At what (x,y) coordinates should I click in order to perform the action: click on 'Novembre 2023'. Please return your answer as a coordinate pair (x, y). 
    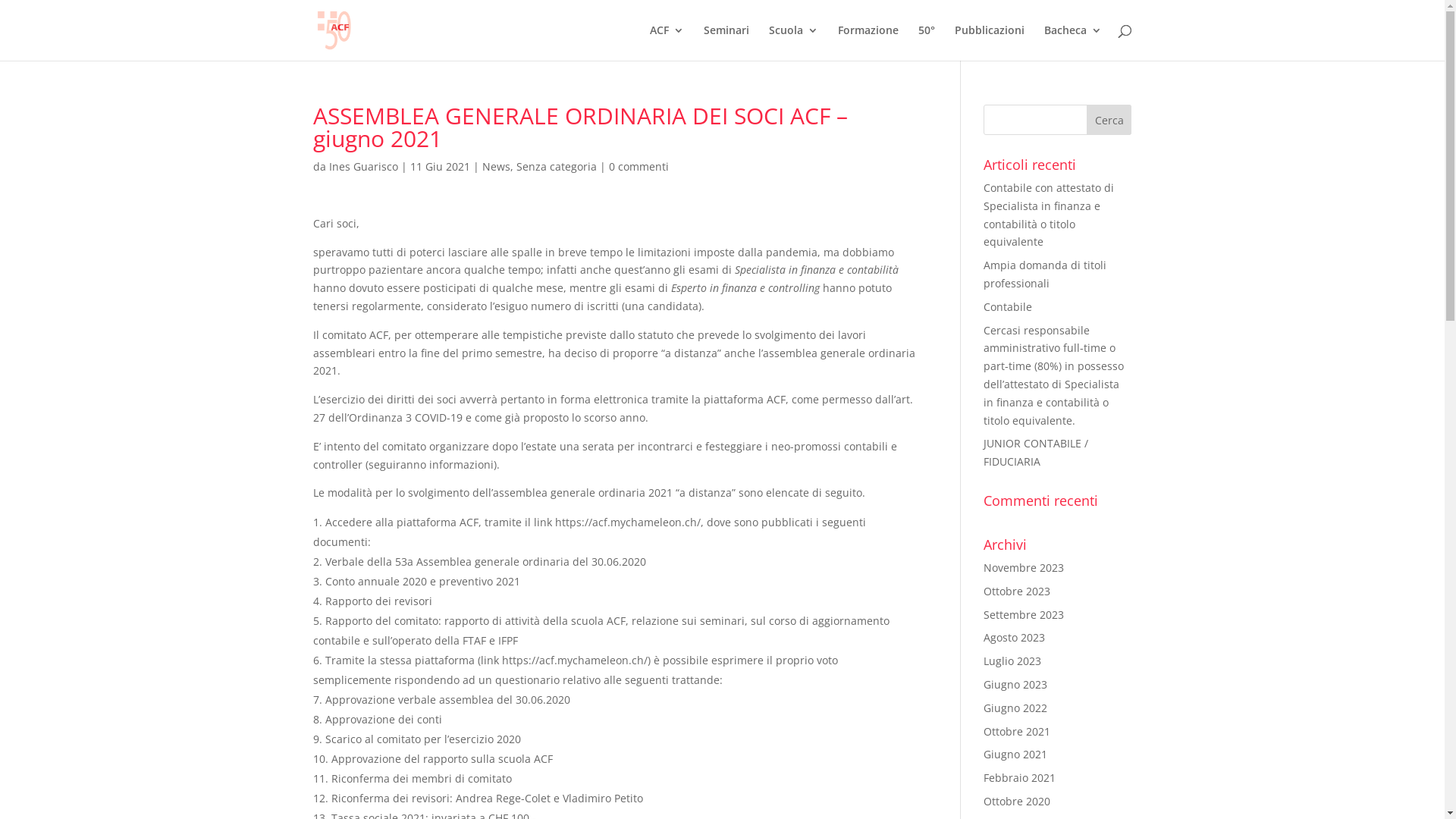
    Looking at the image, I should click on (1023, 567).